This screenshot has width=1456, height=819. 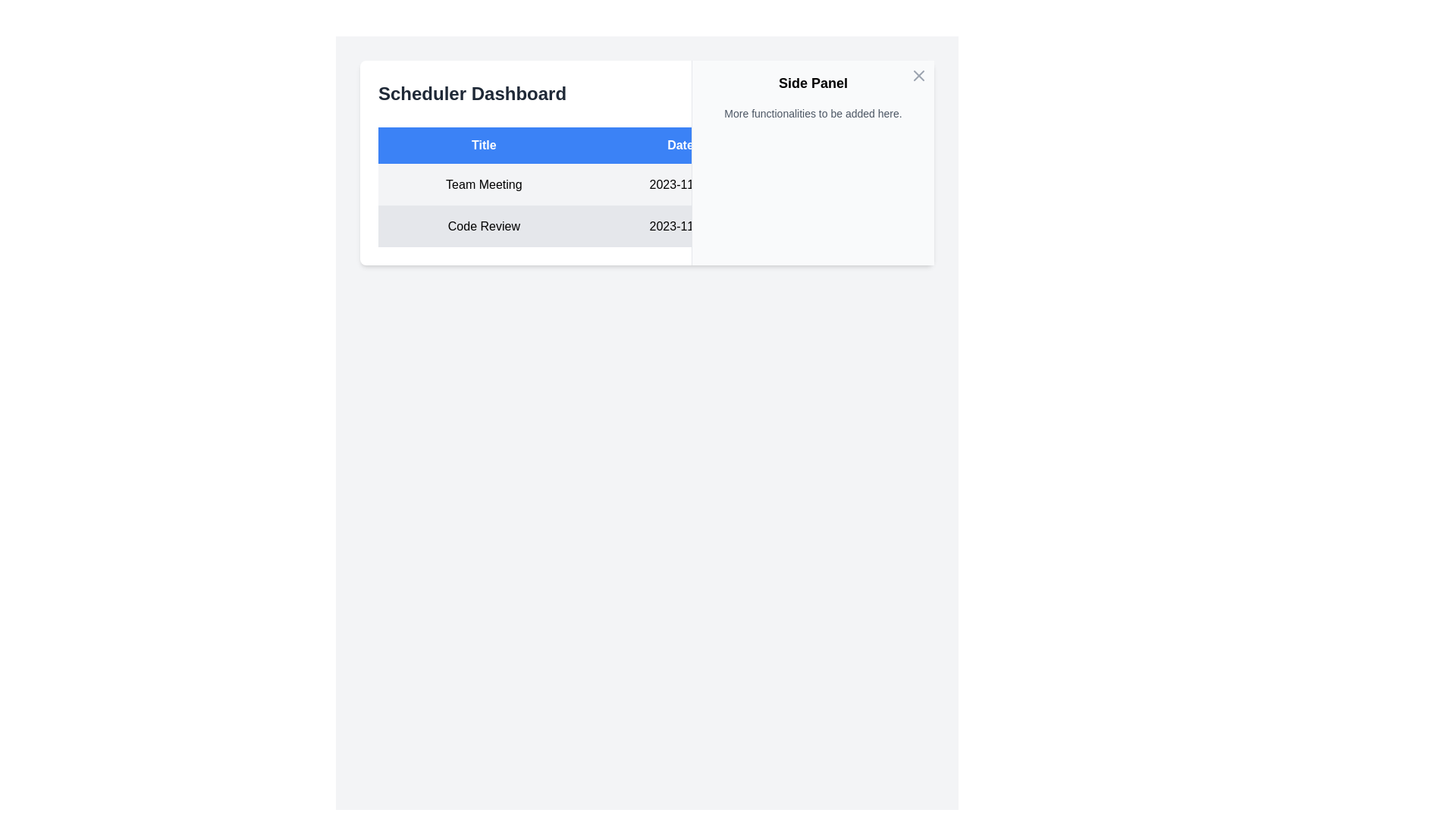 I want to click on the graphical icon in the top-right corner of the Side Panel, so click(x=918, y=76).